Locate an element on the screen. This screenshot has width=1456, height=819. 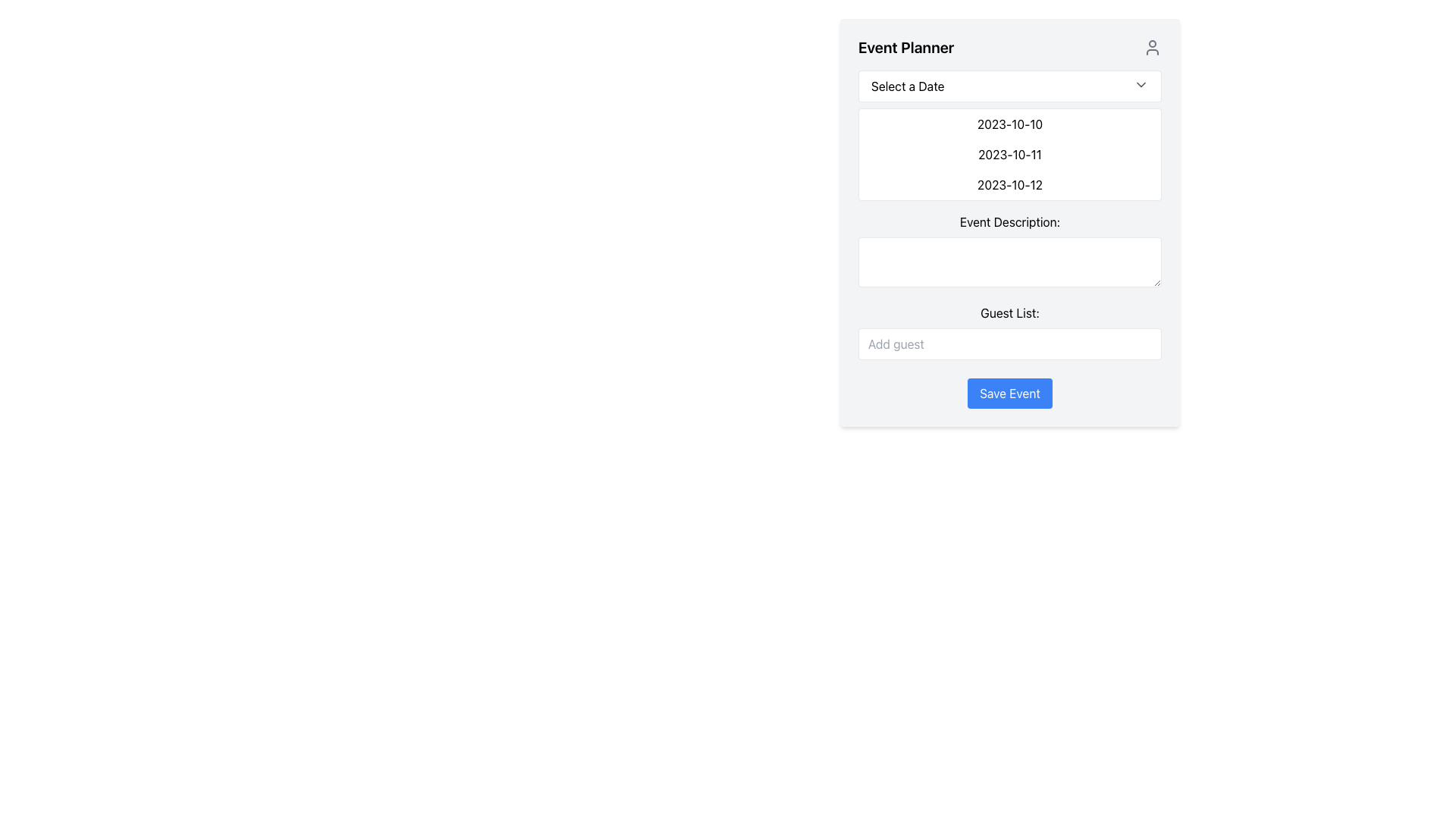
the date label displaying '2023-10-11', which is the second item in a vertically stacked group of date options, located below the 'Event Planner' title and the 'Select a Date' dropdown is located at coordinates (1009, 155).